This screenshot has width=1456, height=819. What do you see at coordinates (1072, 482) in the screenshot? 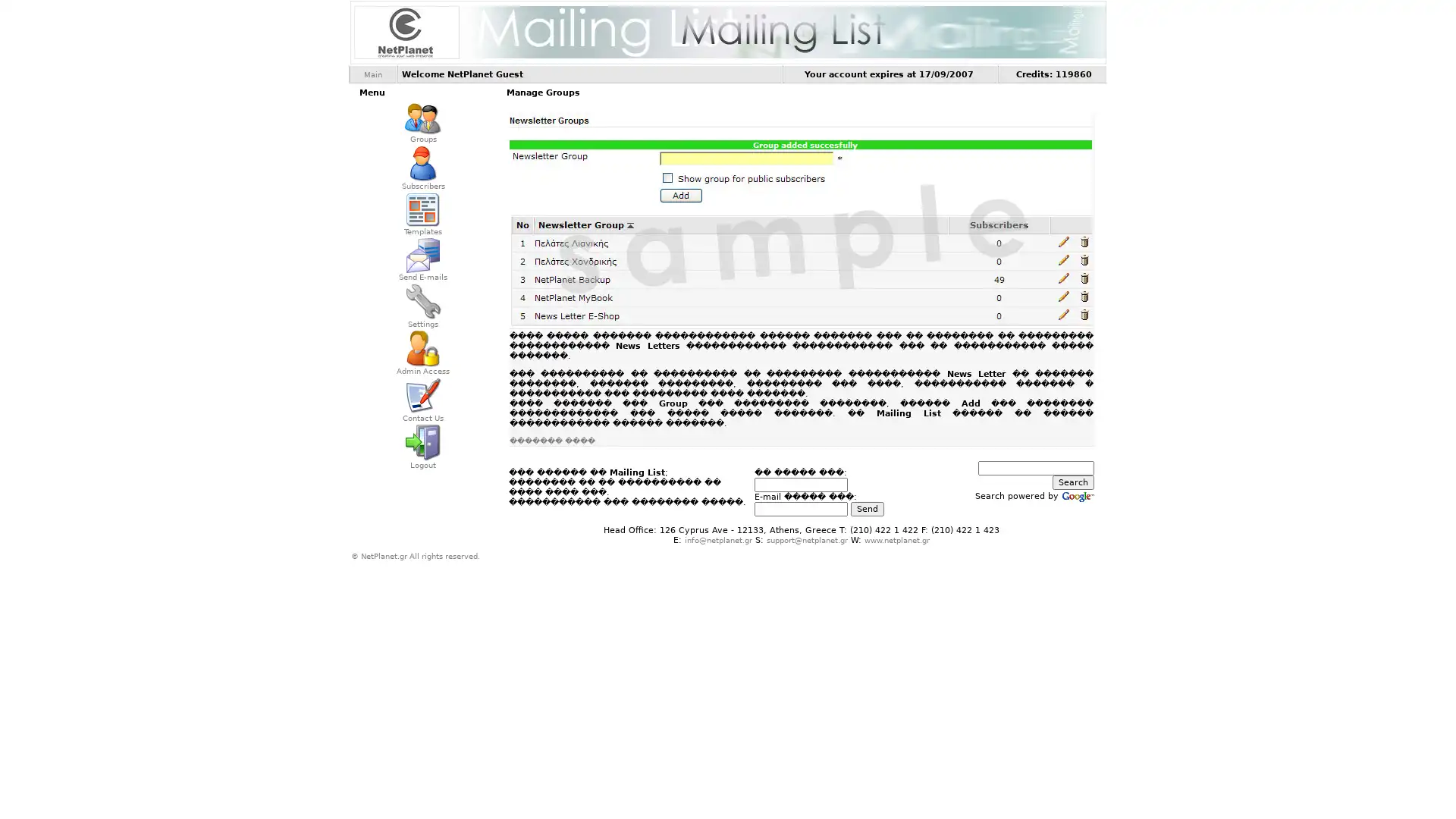
I see `Search` at bounding box center [1072, 482].